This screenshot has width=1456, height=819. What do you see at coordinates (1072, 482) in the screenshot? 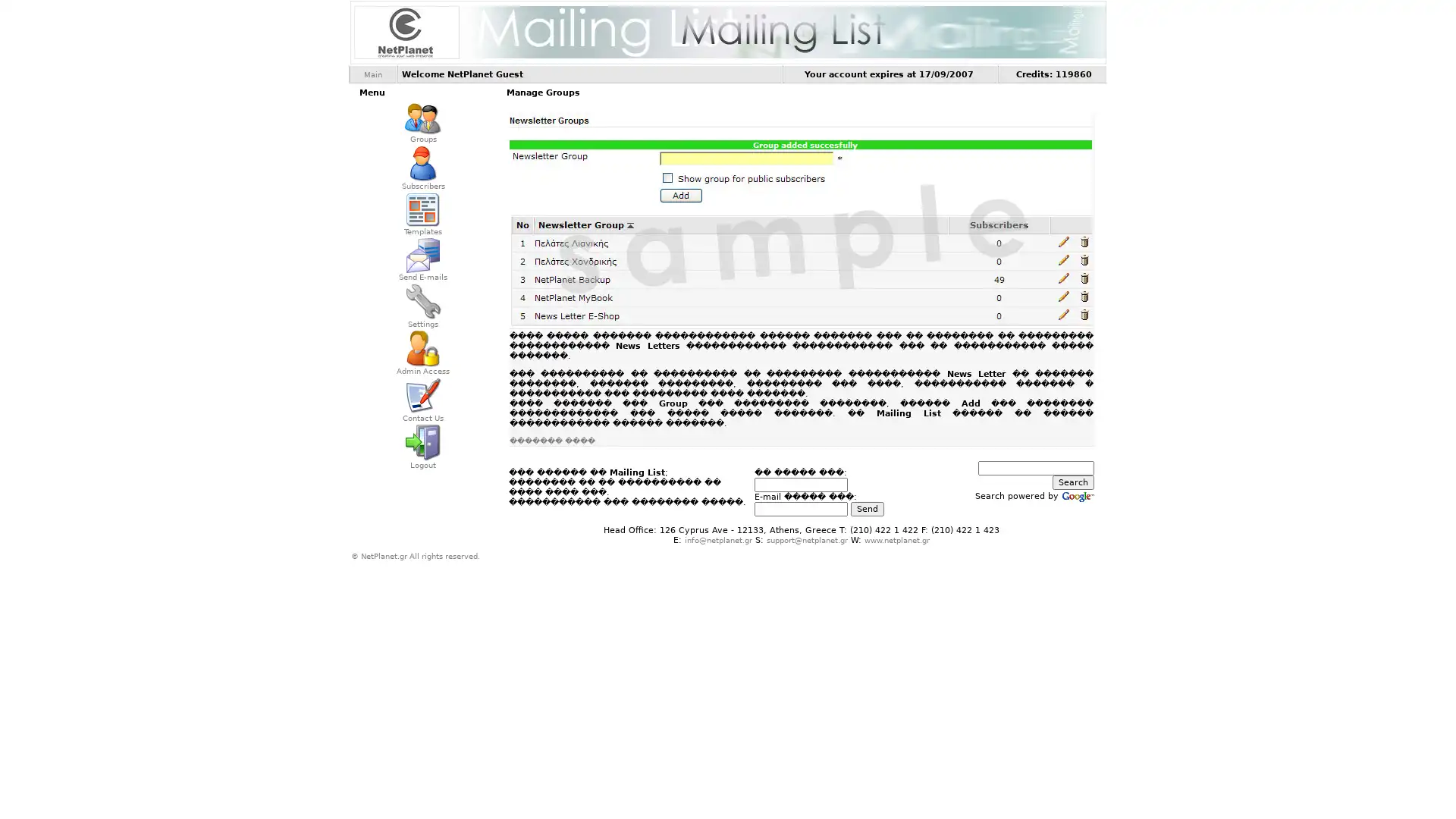
I see `Search` at bounding box center [1072, 482].